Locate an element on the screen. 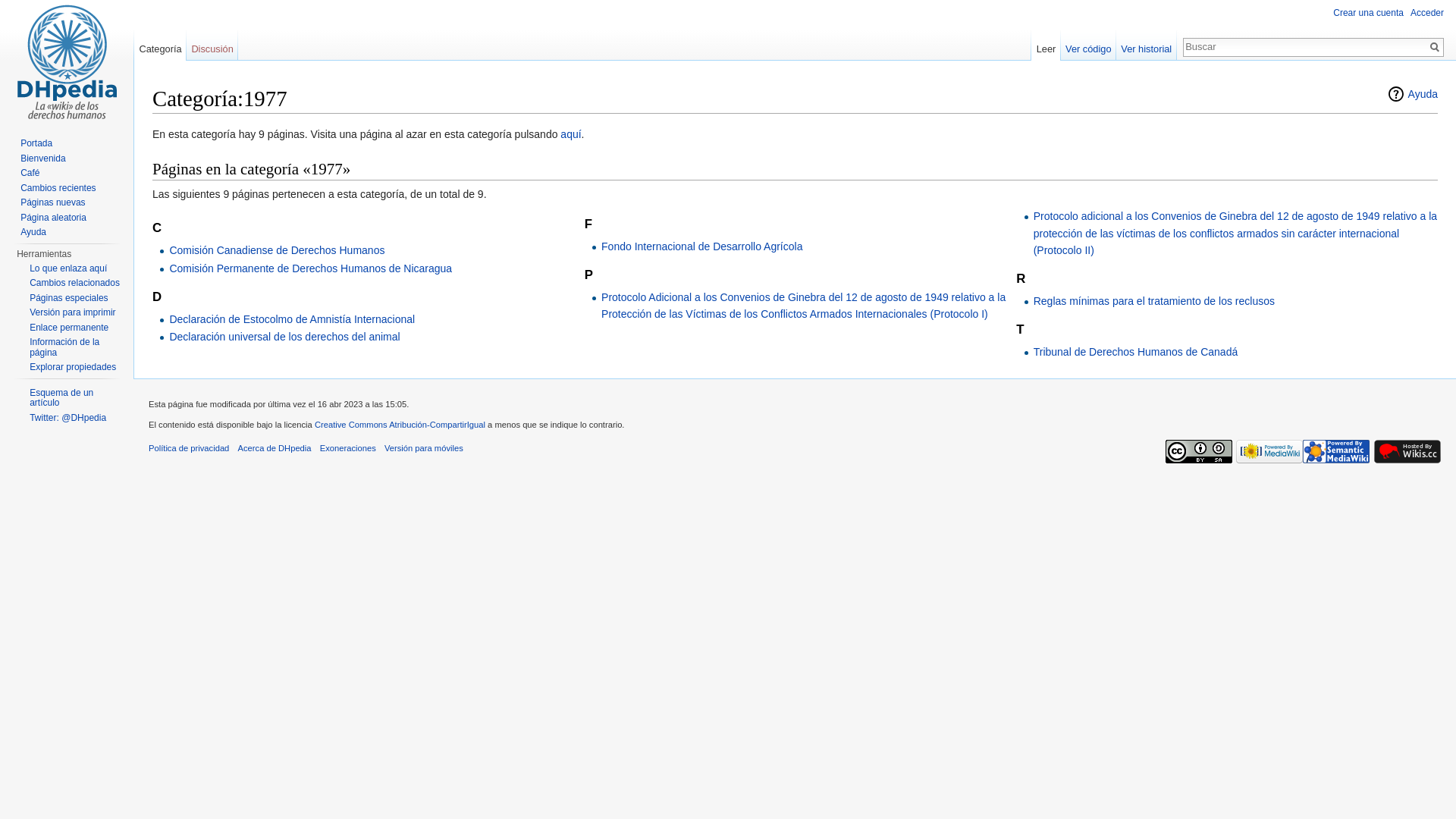 The image size is (1456, 819). 'Cambios relacionados' is located at coordinates (74, 283).